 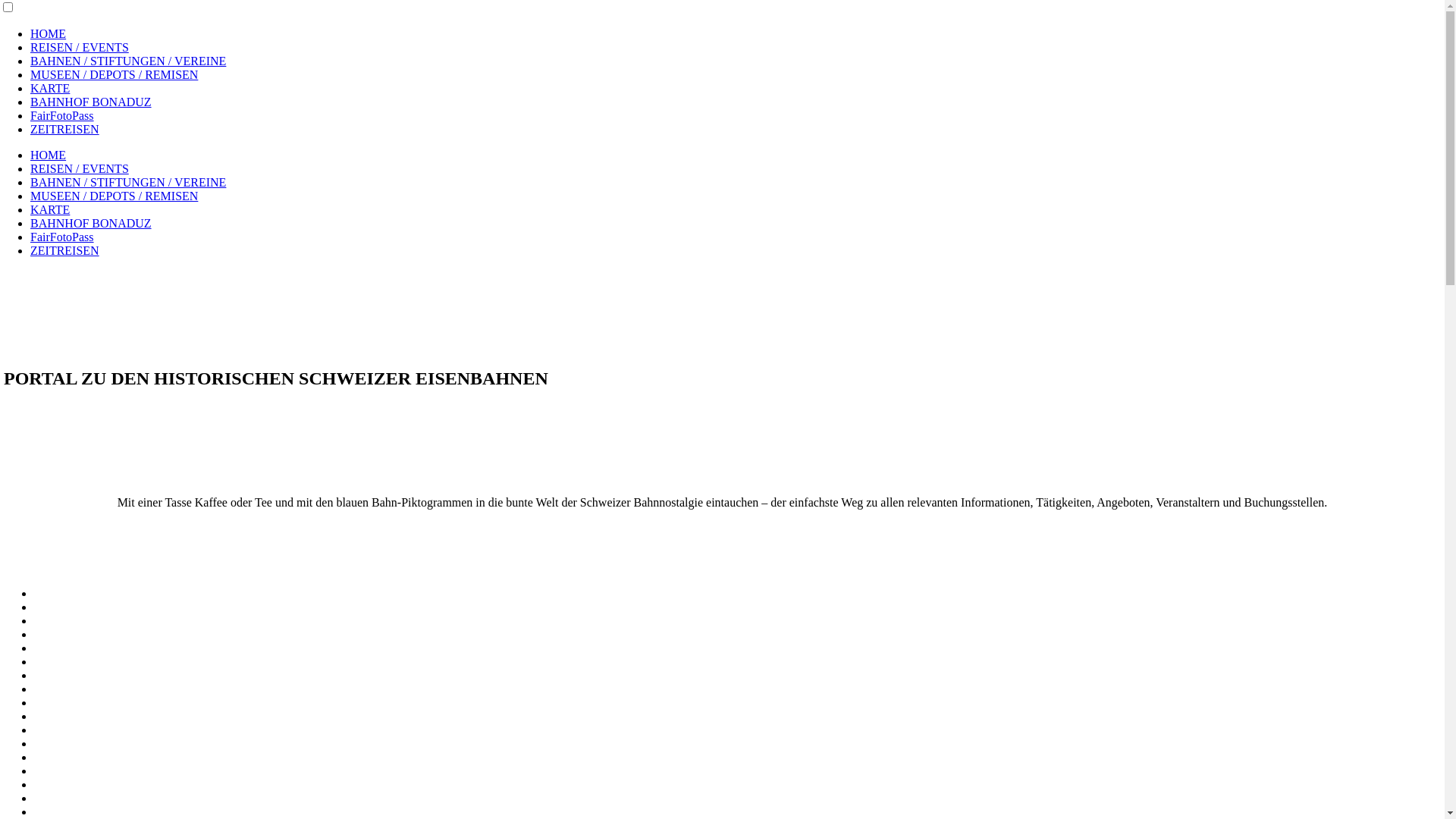 I want to click on 'KARTE', so click(x=30, y=88).